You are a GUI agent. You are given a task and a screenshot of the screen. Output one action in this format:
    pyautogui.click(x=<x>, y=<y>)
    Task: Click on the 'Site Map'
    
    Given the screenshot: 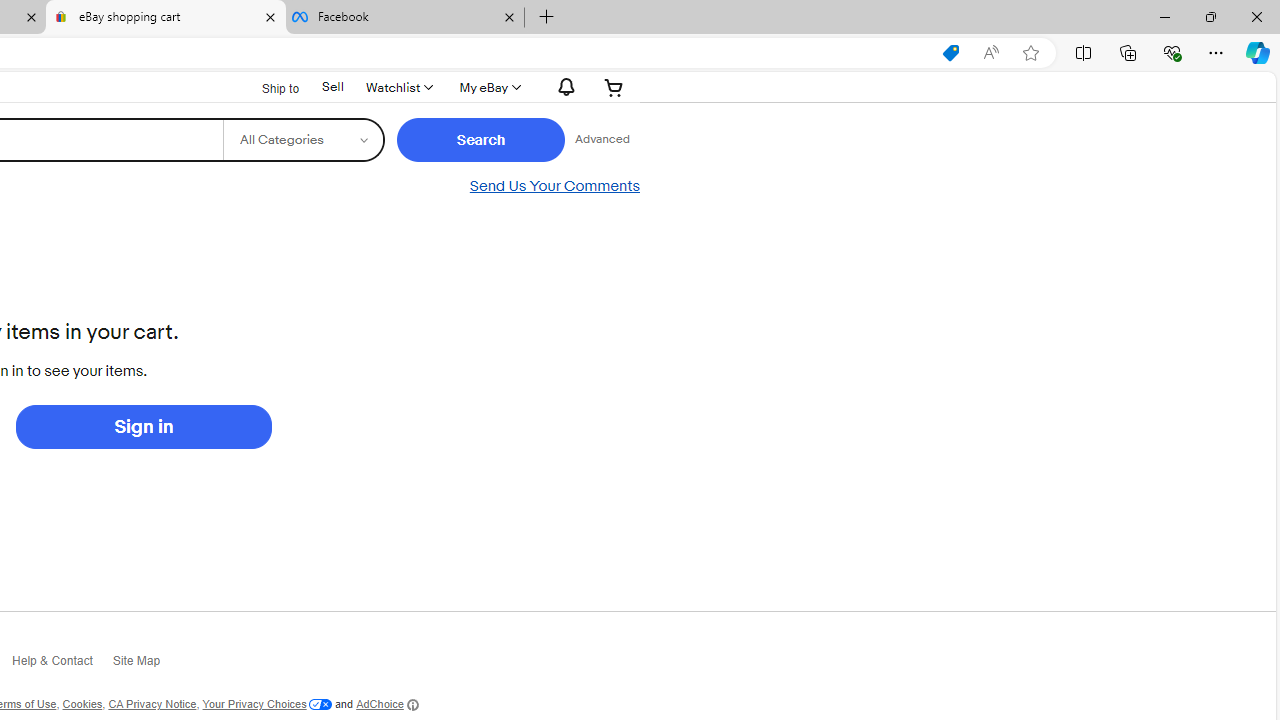 What is the action you would take?
    pyautogui.click(x=145, y=666)
    